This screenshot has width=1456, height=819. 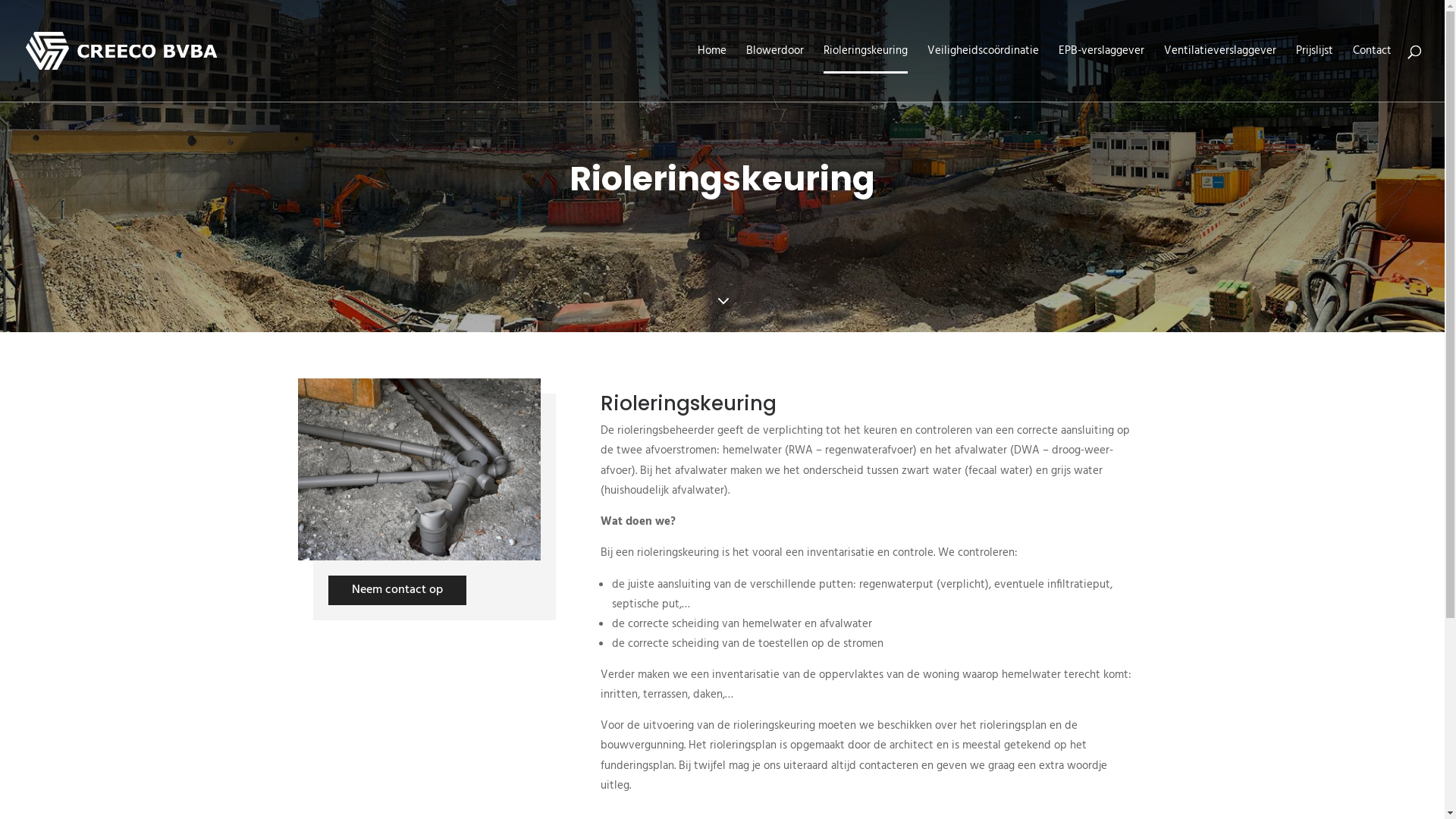 I want to click on 'EPB-verslaggever', so click(x=1101, y=73).